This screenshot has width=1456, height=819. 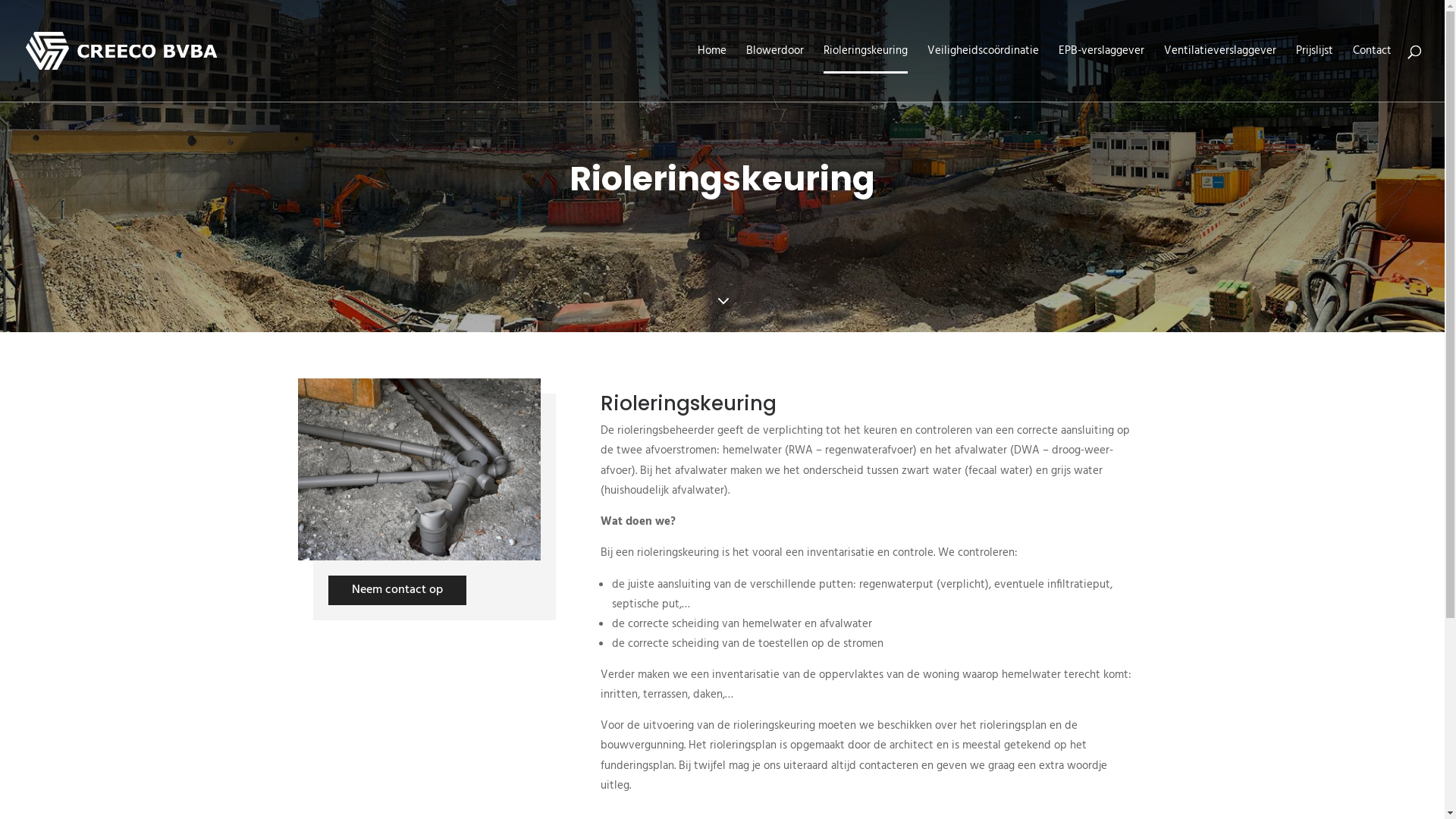 I want to click on 'EPB-verslaggever', so click(x=1101, y=73).